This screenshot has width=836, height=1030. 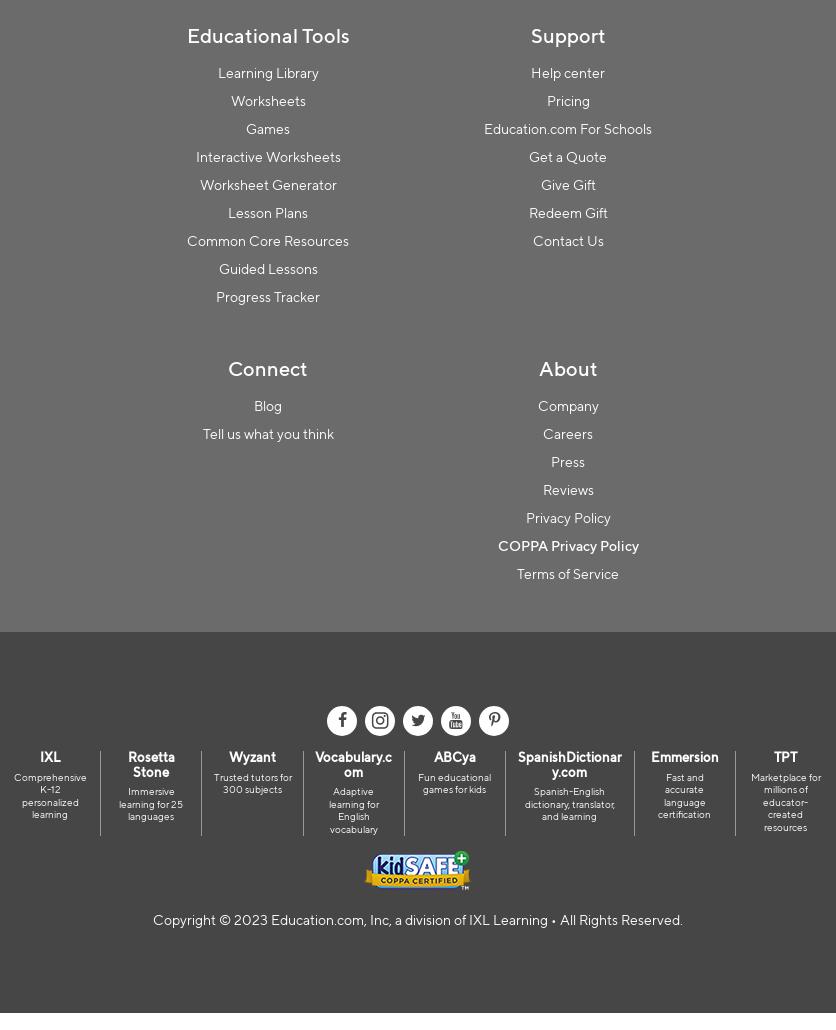 I want to click on 'Pricing', so click(x=566, y=99).